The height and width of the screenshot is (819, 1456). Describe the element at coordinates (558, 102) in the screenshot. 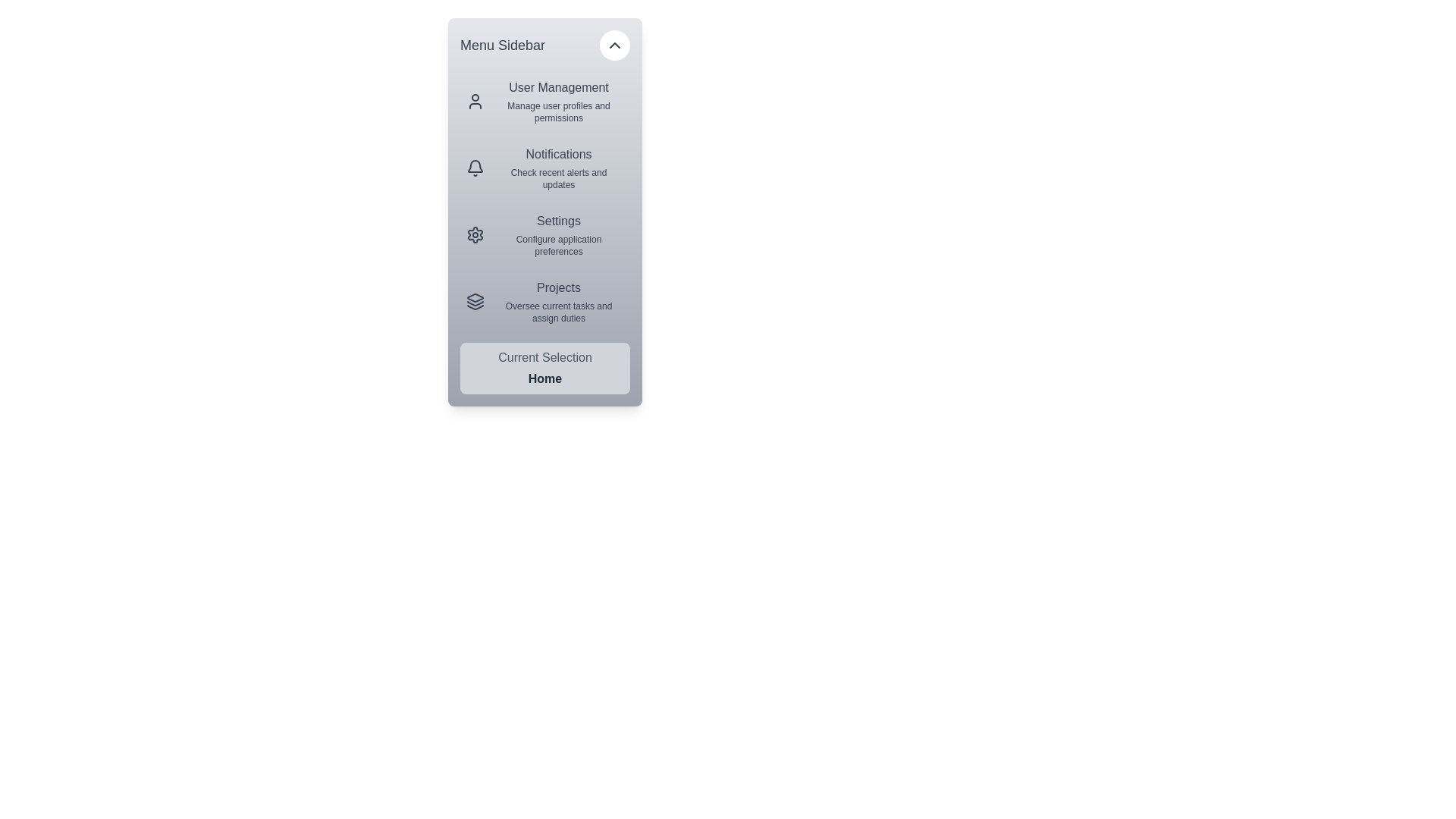

I see `the menu option for User Management located in the sidebar, directly beneath the user management icon` at that location.